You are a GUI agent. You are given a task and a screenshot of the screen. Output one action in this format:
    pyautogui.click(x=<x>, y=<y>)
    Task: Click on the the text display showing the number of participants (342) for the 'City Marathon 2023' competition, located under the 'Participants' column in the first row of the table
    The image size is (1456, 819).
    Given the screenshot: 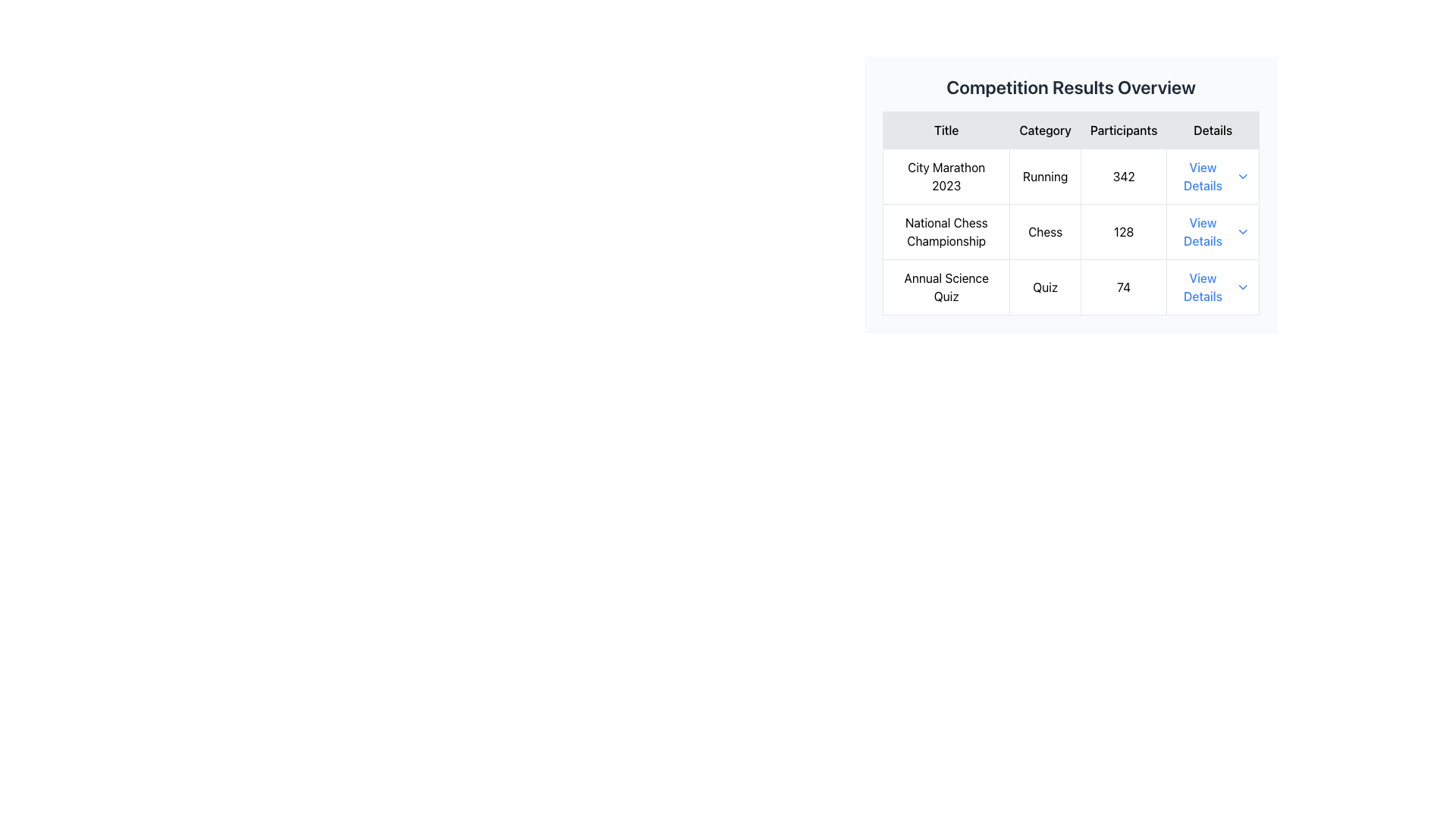 What is the action you would take?
    pyautogui.click(x=1124, y=175)
    